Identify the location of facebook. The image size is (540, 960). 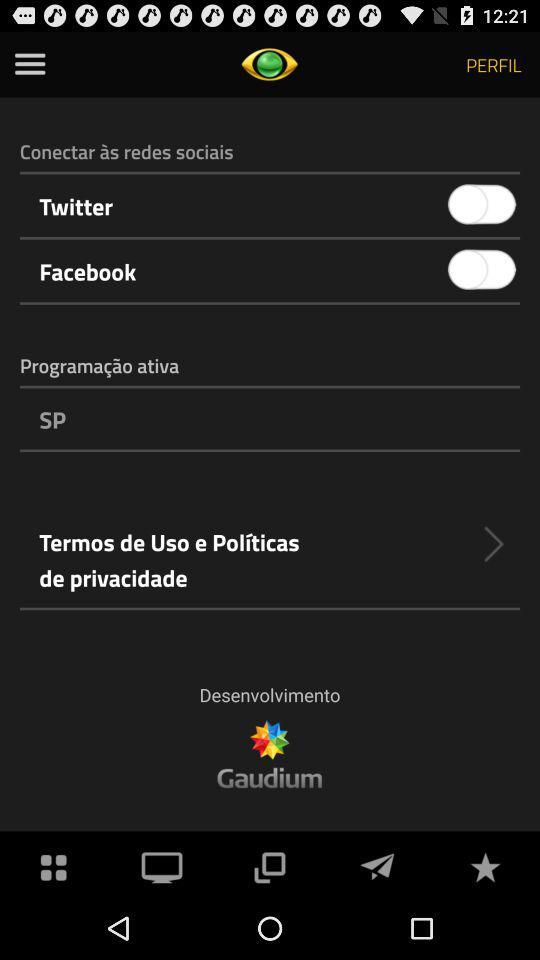
(481, 269).